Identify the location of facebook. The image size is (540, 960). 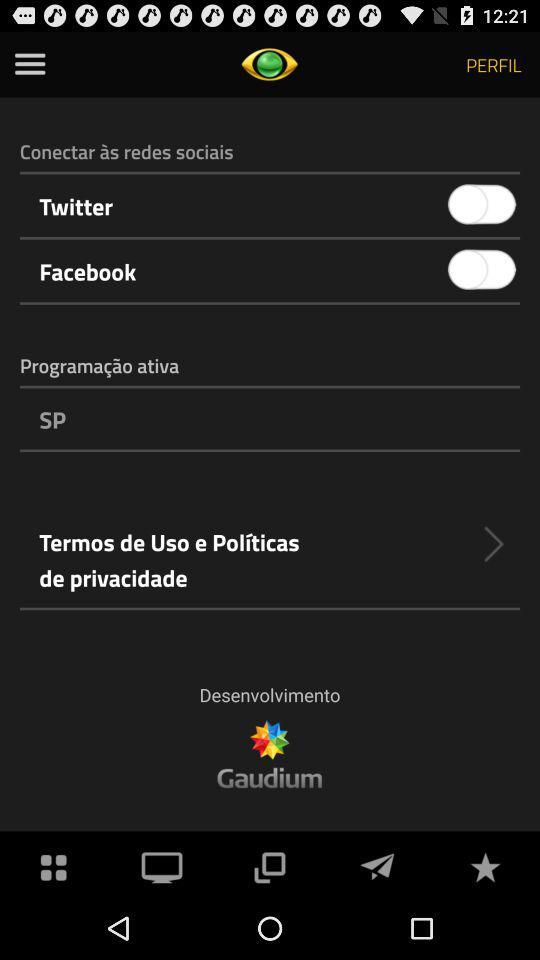
(481, 269).